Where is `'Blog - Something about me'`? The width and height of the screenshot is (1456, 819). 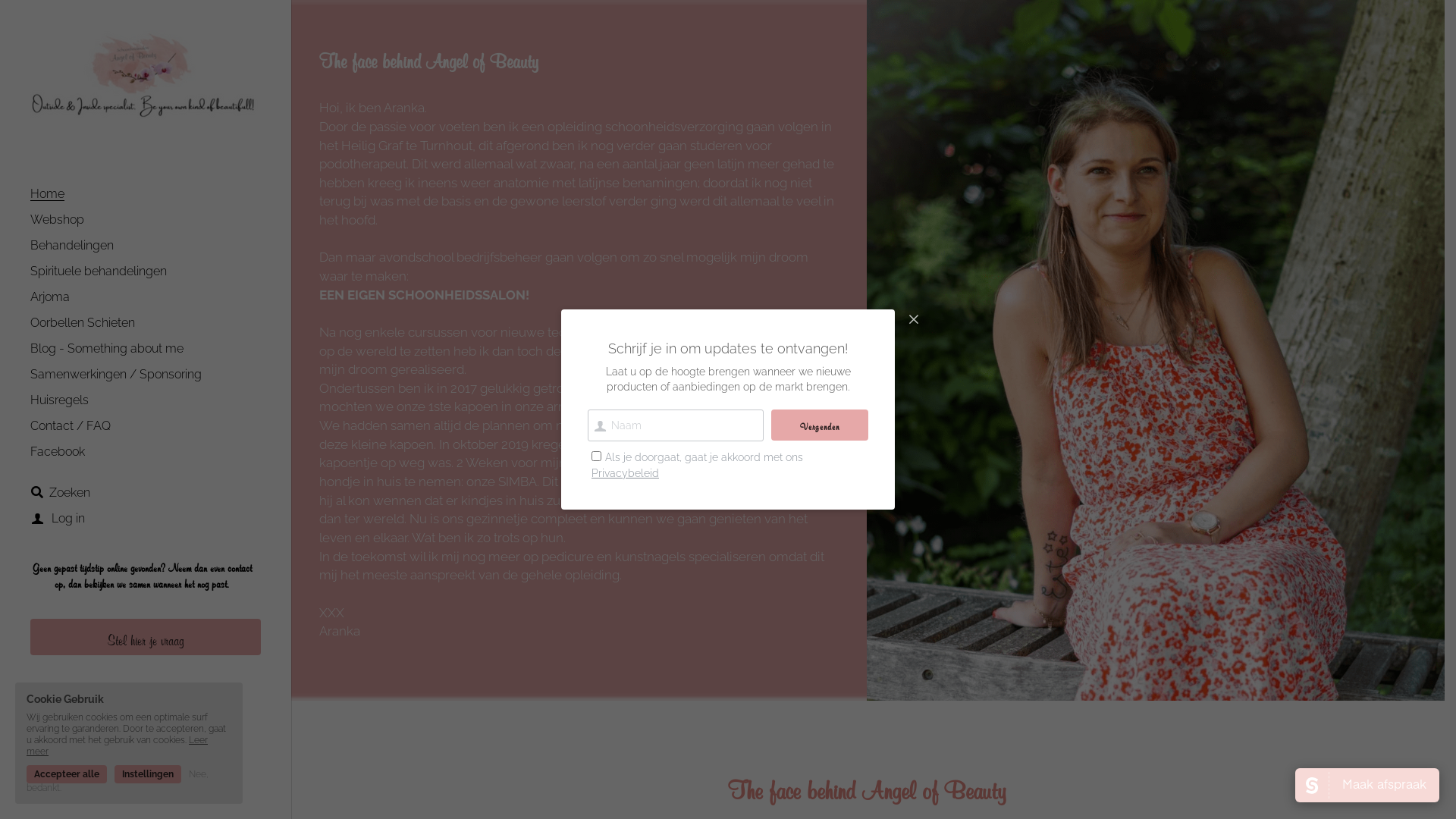
'Blog - Something about me' is located at coordinates (105, 348).